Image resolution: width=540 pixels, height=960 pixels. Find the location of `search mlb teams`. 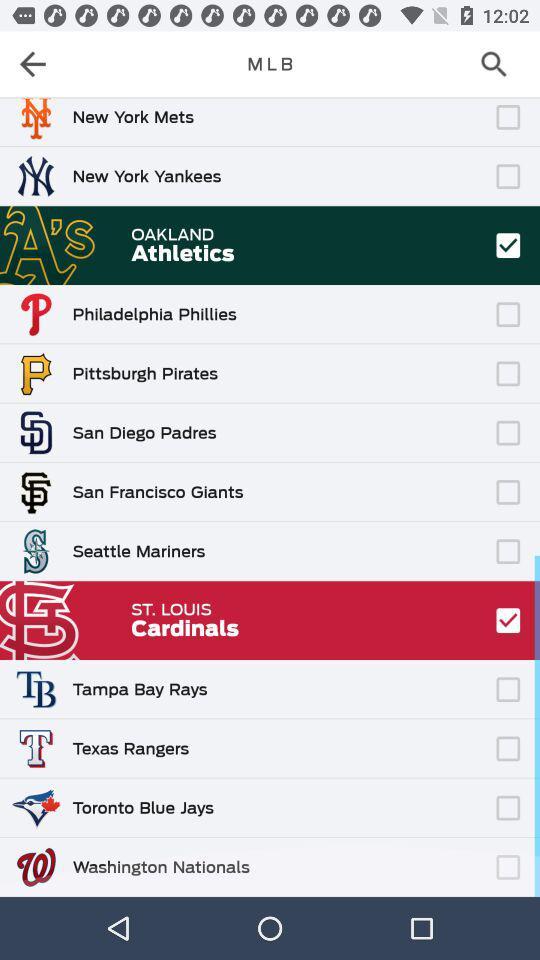

search mlb teams is located at coordinates (499, 64).